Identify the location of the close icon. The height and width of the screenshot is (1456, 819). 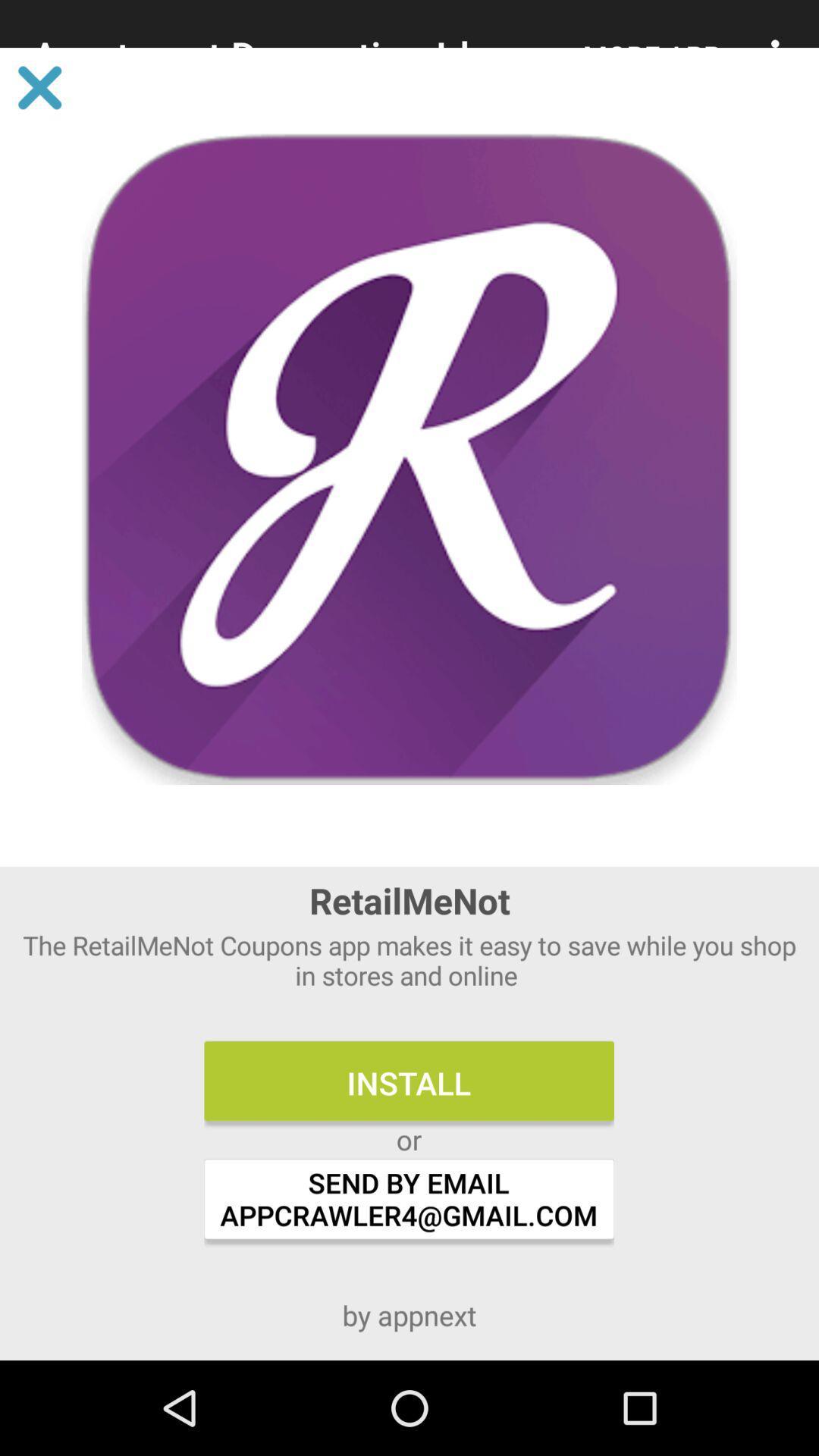
(39, 86).